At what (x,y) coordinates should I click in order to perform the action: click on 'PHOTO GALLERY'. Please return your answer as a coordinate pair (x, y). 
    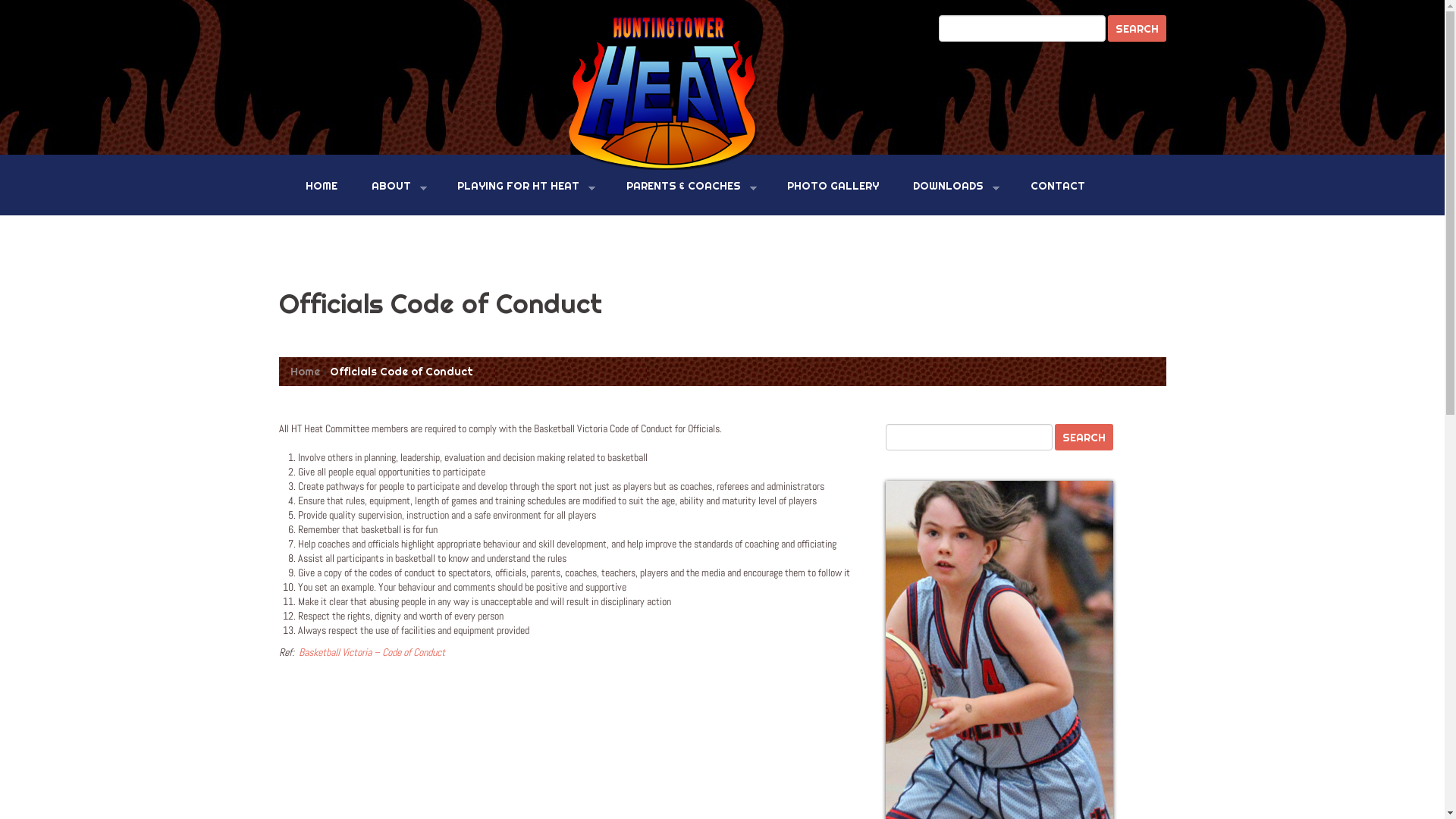
    Looking at the image, I should click on (775, 185).